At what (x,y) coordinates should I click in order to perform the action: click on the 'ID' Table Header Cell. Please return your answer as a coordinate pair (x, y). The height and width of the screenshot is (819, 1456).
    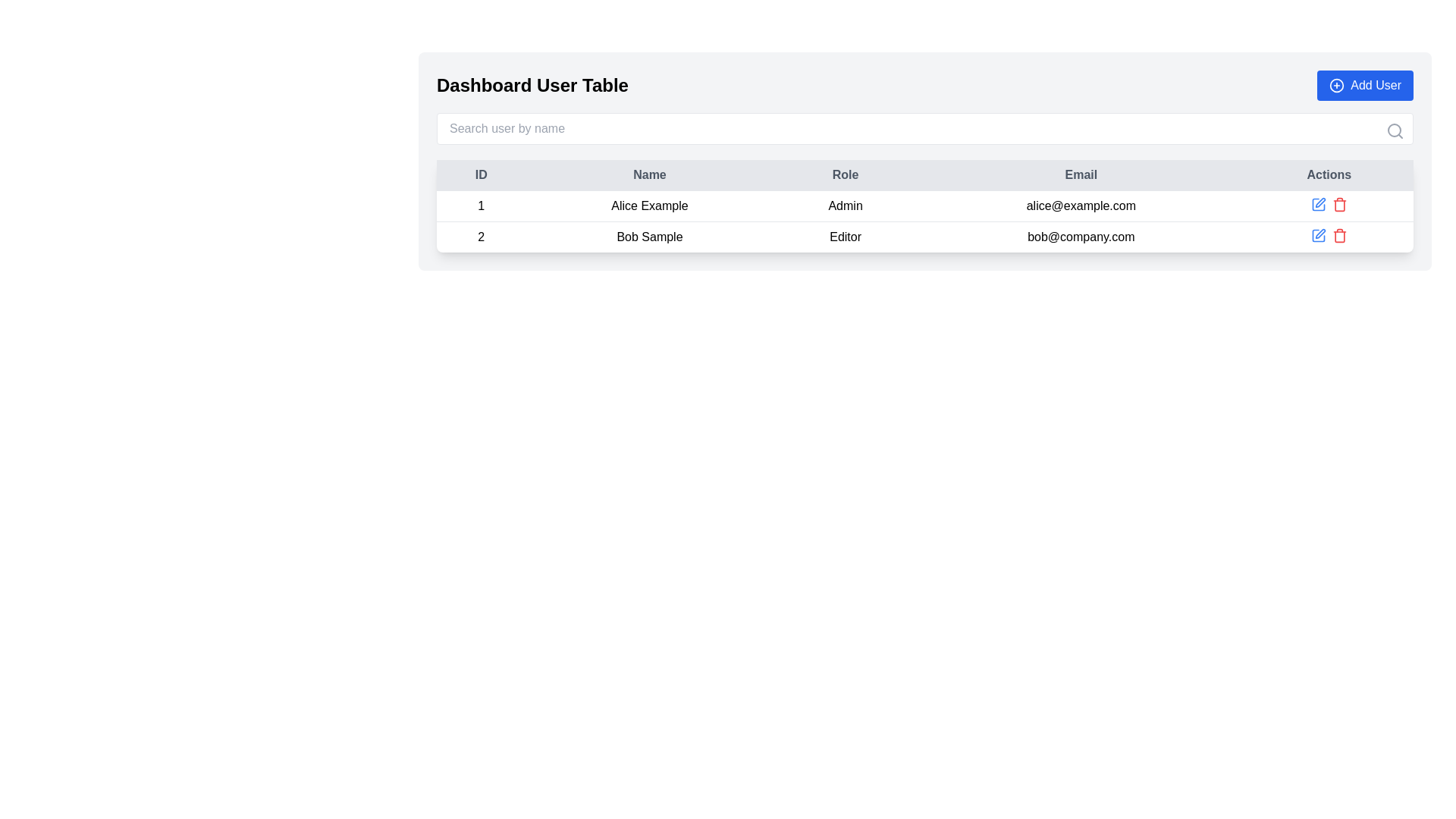
    Looking at the image, I should click on (480, 174).